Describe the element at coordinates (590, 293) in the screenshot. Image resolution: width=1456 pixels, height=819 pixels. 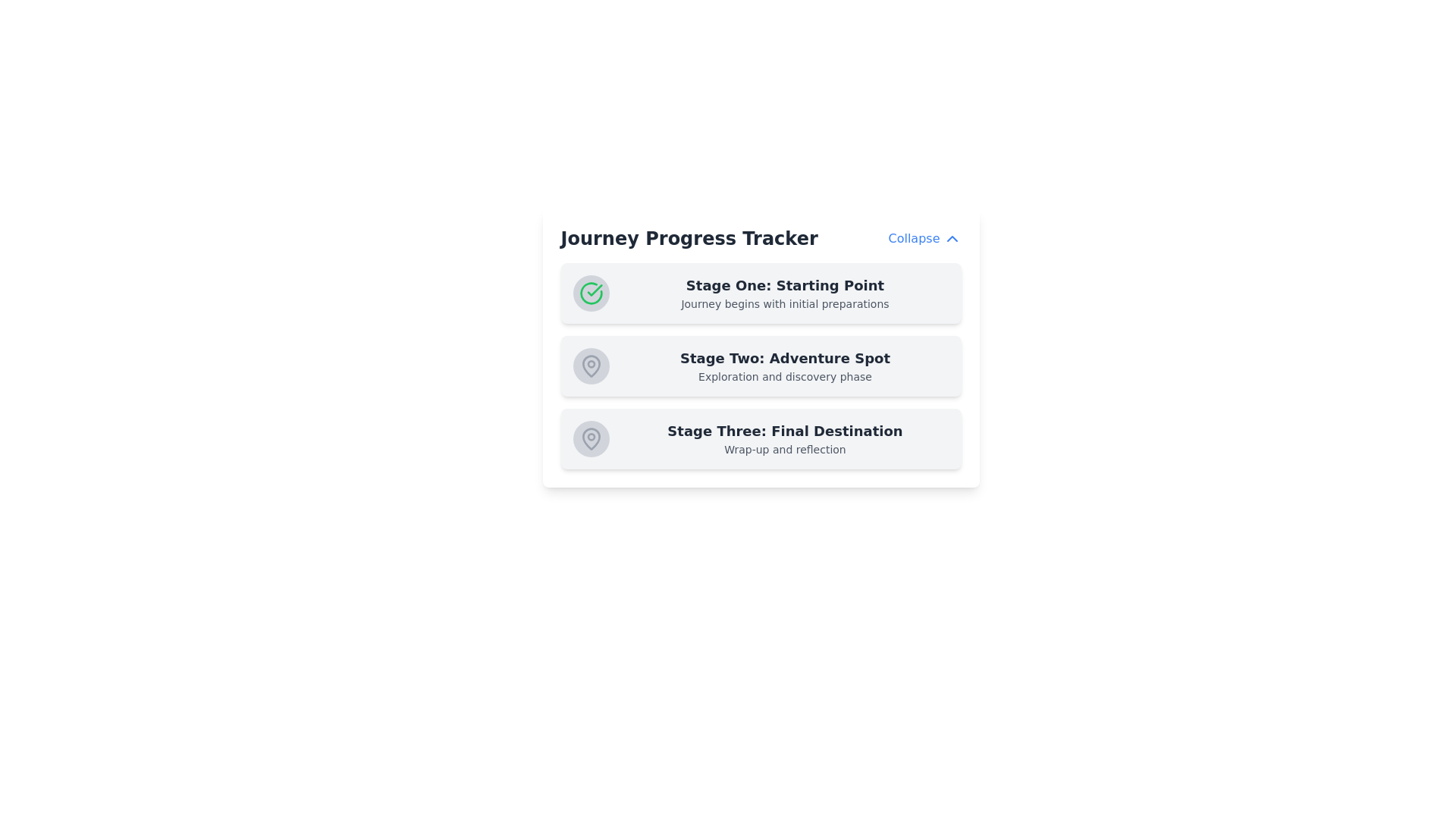
I see `details of the Status Indicator Icon, which visually indicates that 'Stage One: Starting Point' has been completed and is located to the left of the corresponding text in the 'Journey Progress Tracker' interface` at that location.